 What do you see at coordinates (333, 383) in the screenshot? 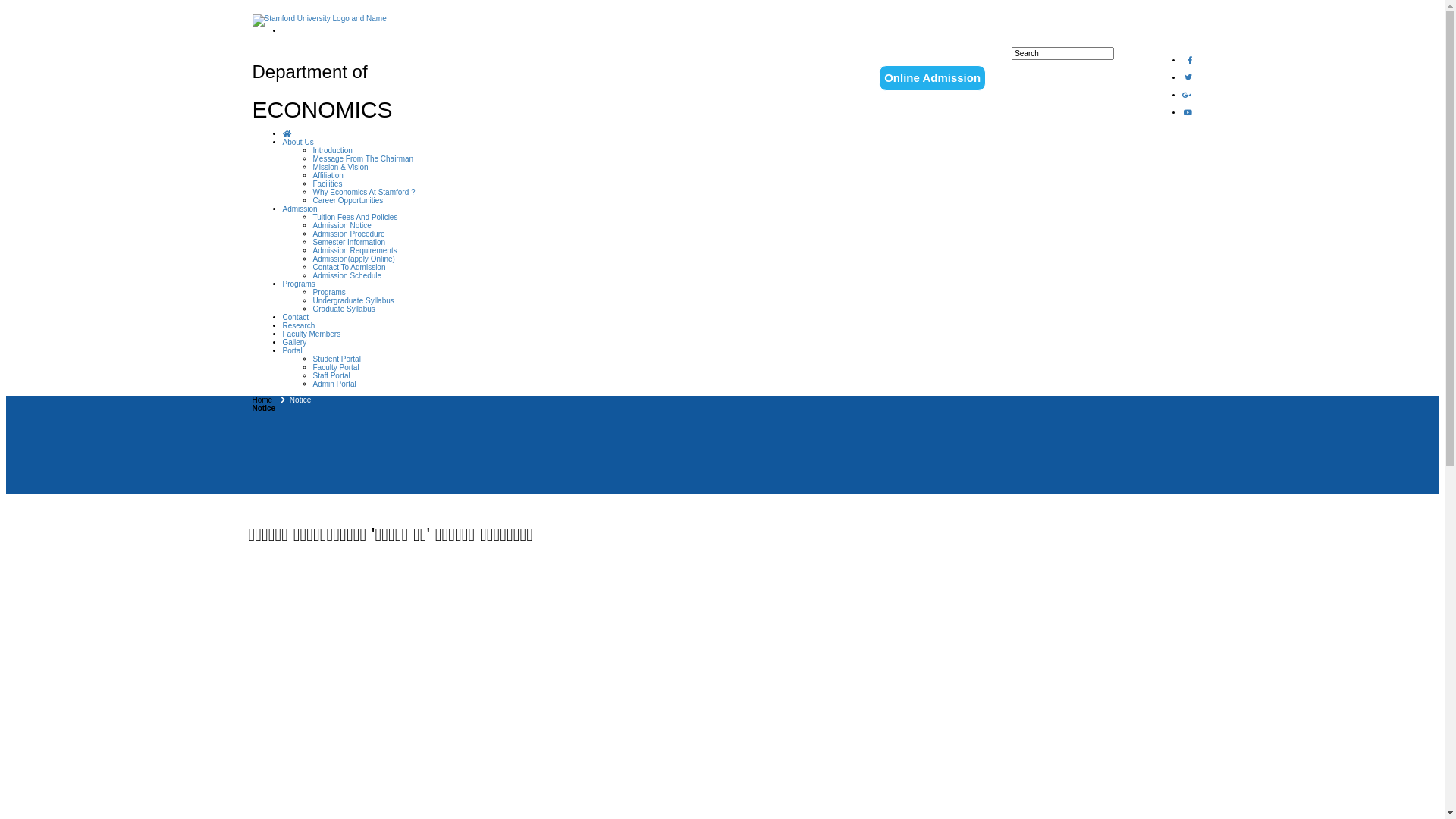
I see `'Admin Portal'` at bounding box center [333, 383].